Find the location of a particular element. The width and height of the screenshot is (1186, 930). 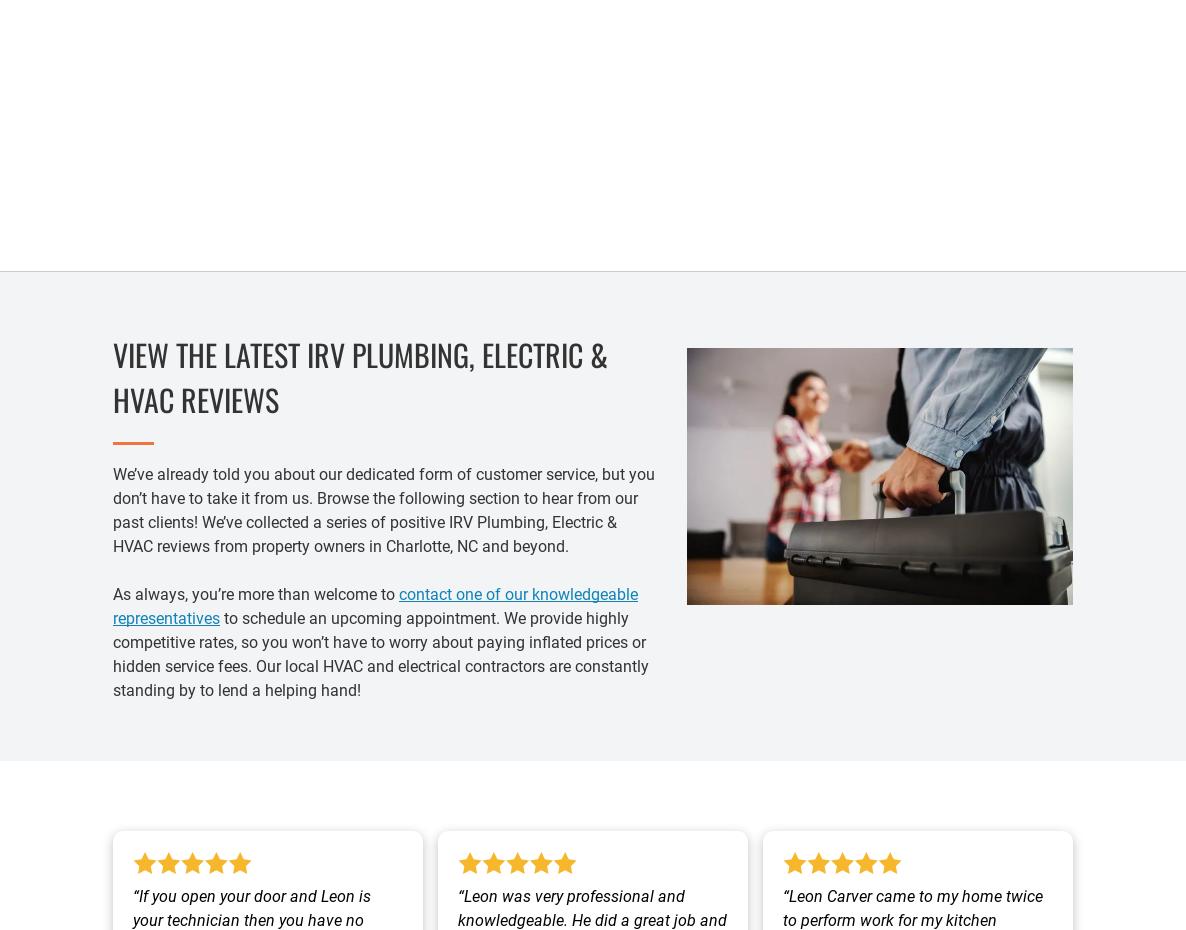

'region. Not only do we function as the area’s trusted electrical contractor, but our technicians provide the very latest in' is located at coordinates (118, 136).